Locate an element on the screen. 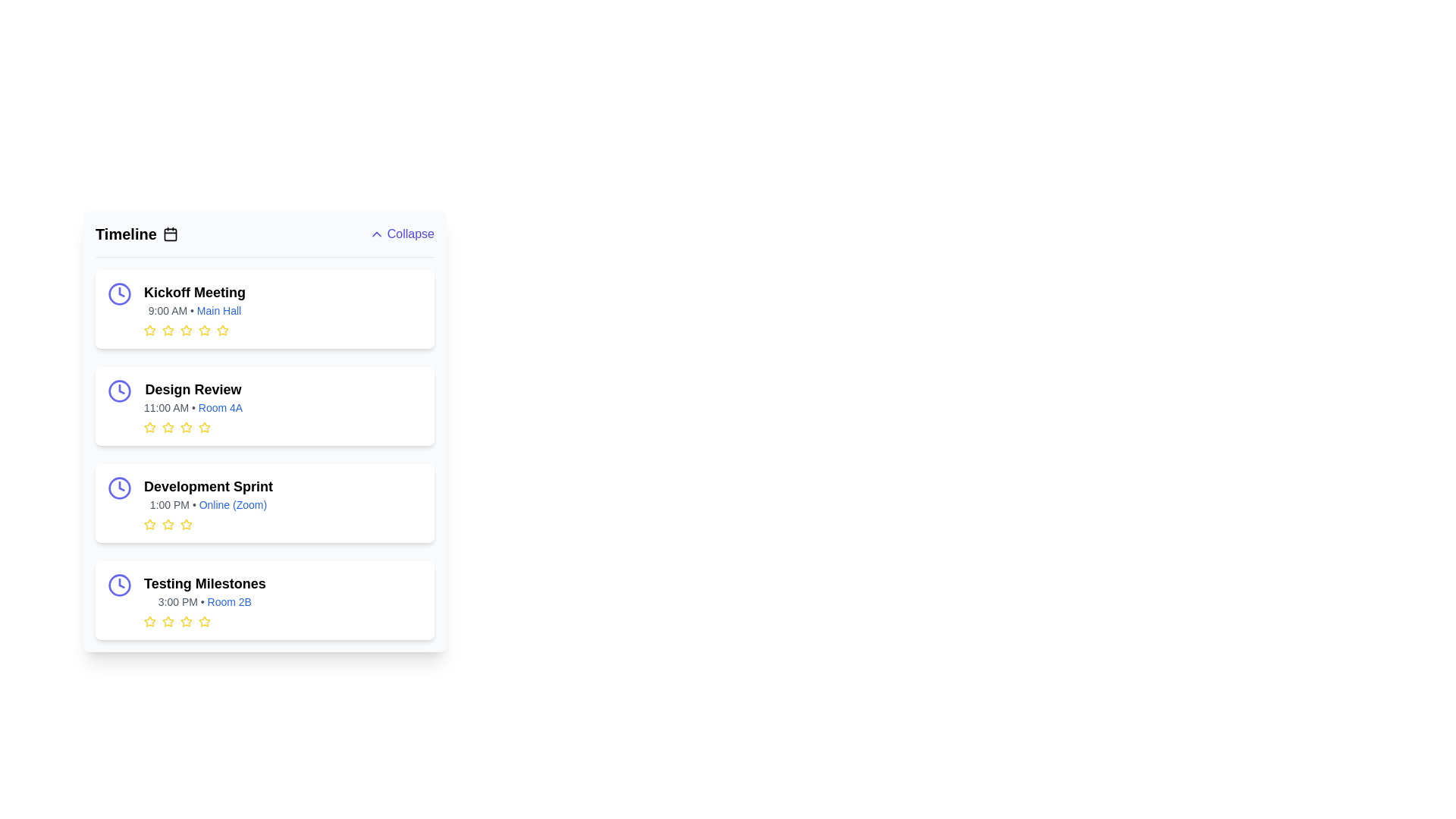  the time indication by focusing on the clock hands within the clock icon located at the left side of the 'Kickoff Meeting' event item is located at coordinates (121, 388).